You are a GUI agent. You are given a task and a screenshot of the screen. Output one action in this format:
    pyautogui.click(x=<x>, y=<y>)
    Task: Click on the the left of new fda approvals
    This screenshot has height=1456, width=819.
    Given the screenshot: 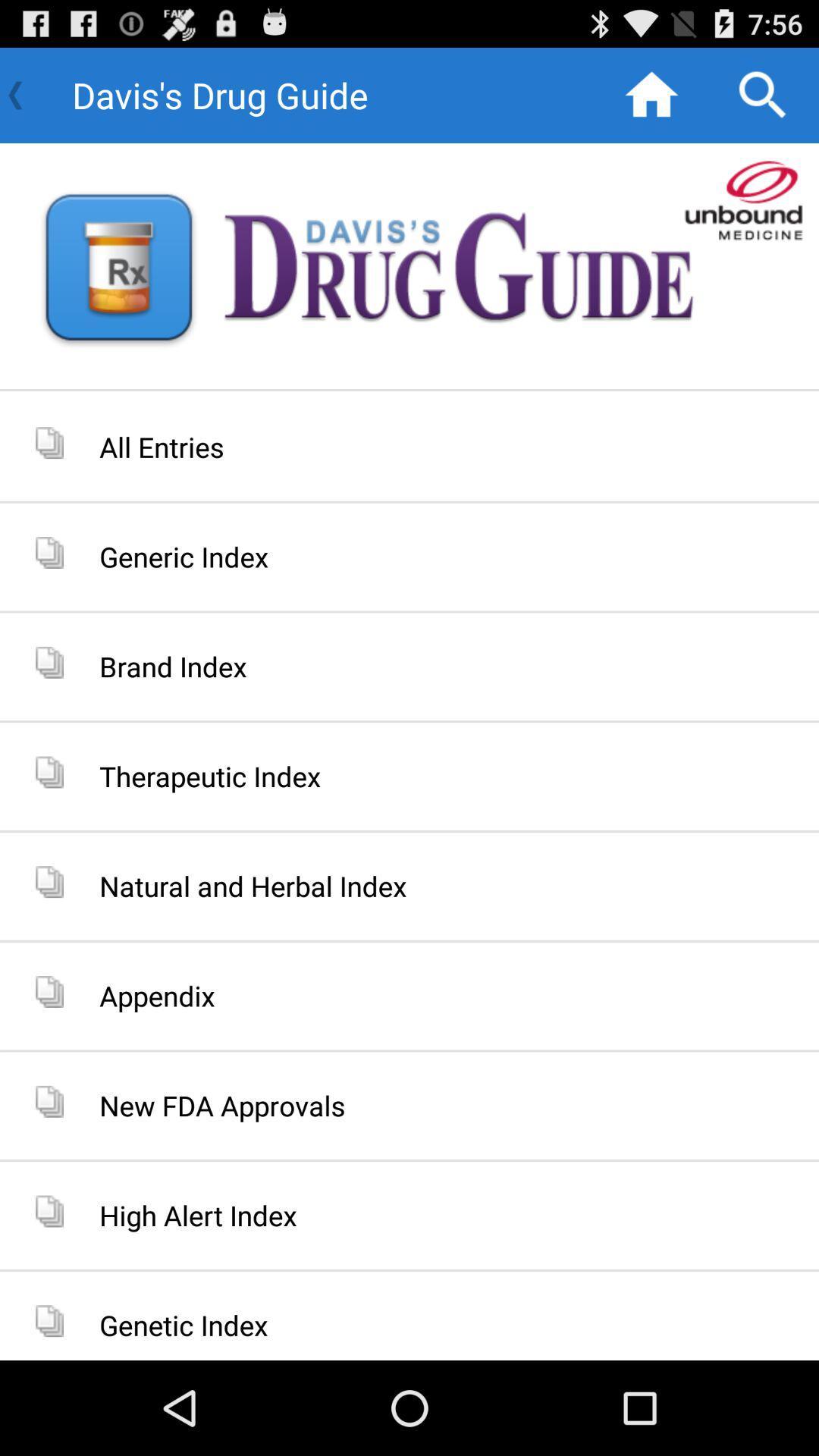 What is the action you would take?
    pyautogui.click(x=49, y=1102)
    